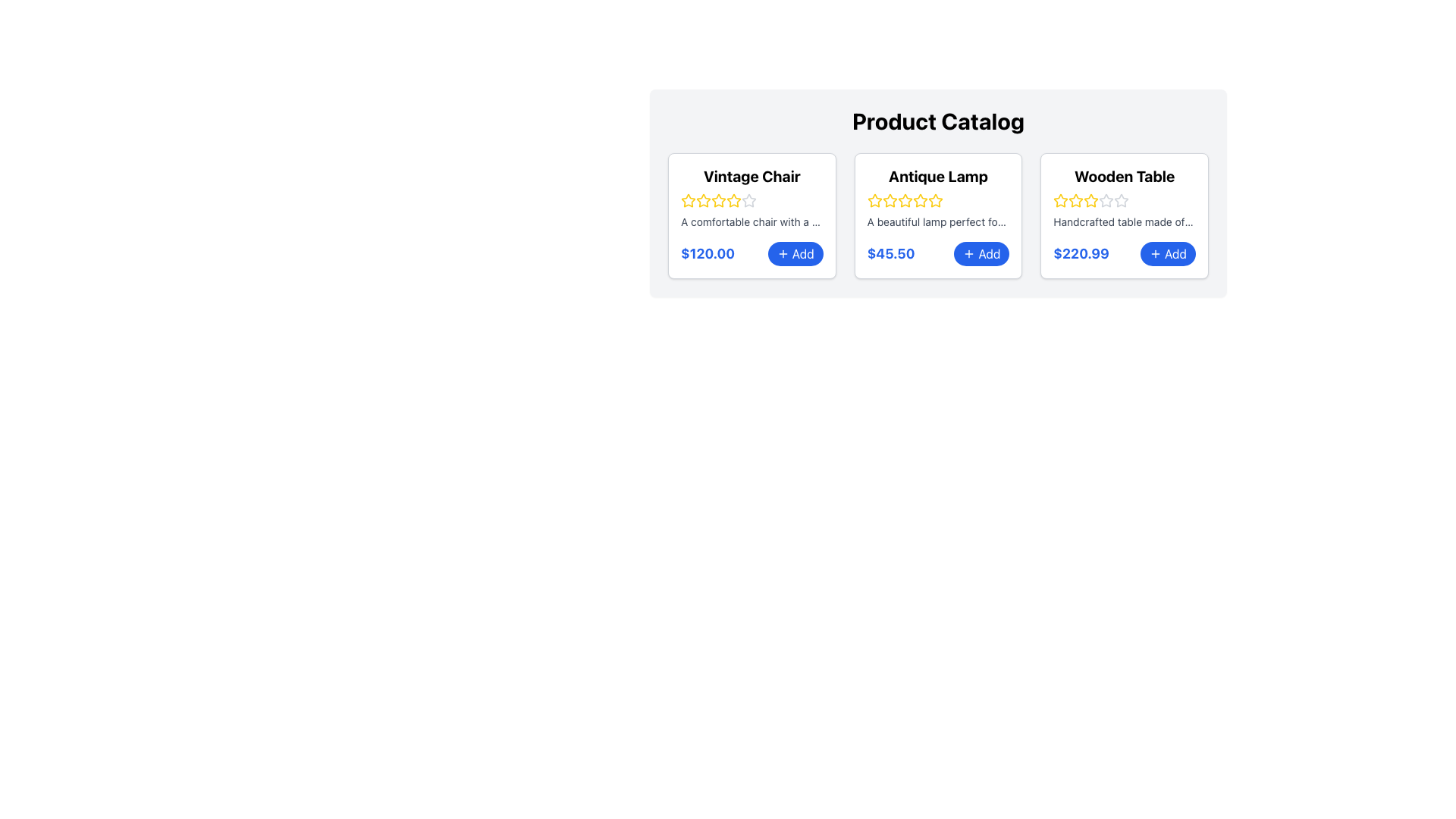 The image size is (1456, 819). Describe the element at coordinates (1075, 199) in the screenshot. I see `the third star icon in the five-star rating system for the product 'Wooden Table', which visually represents its user rating` at that location.